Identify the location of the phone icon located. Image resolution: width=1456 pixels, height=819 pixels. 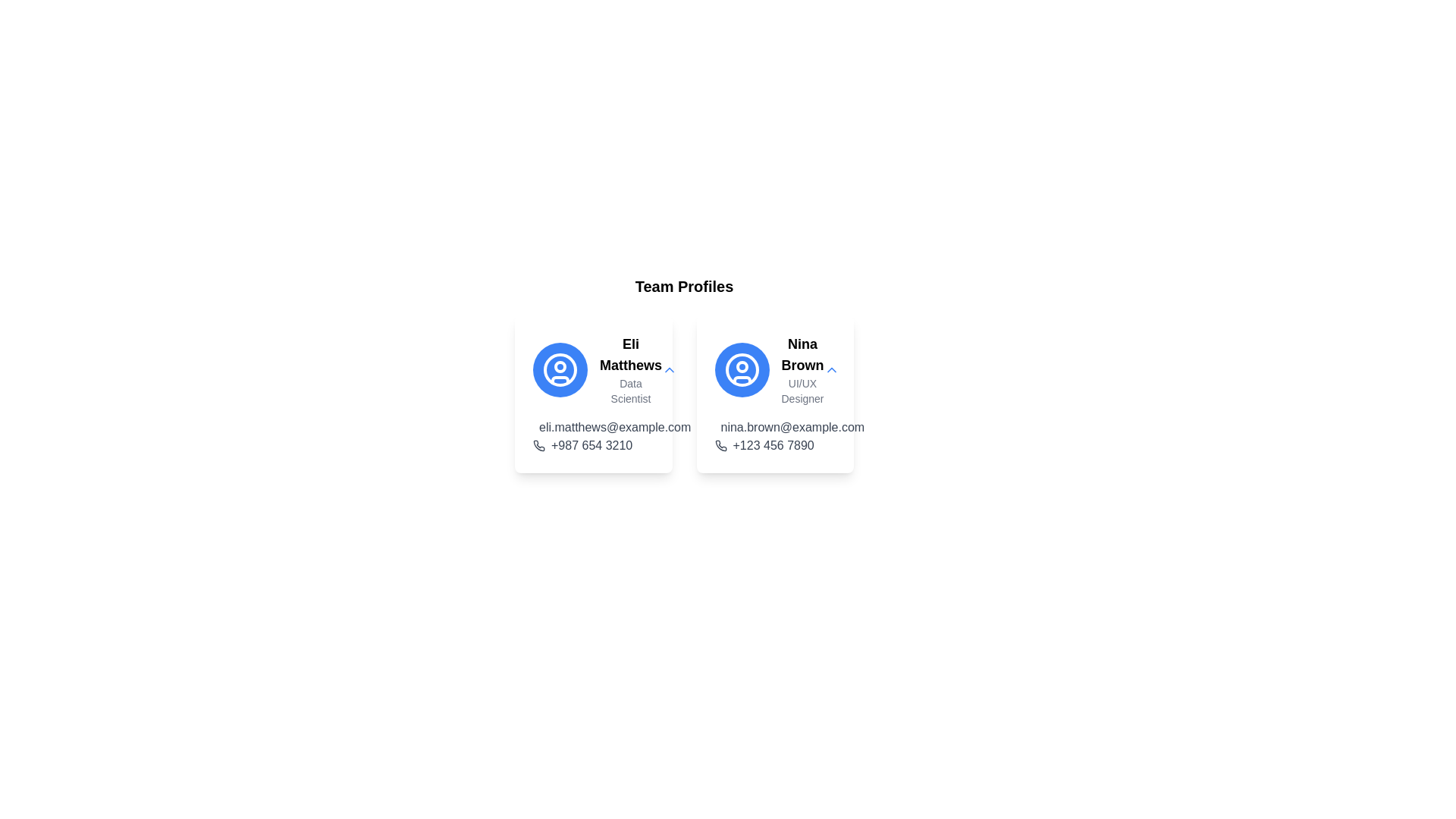
(720, 444).